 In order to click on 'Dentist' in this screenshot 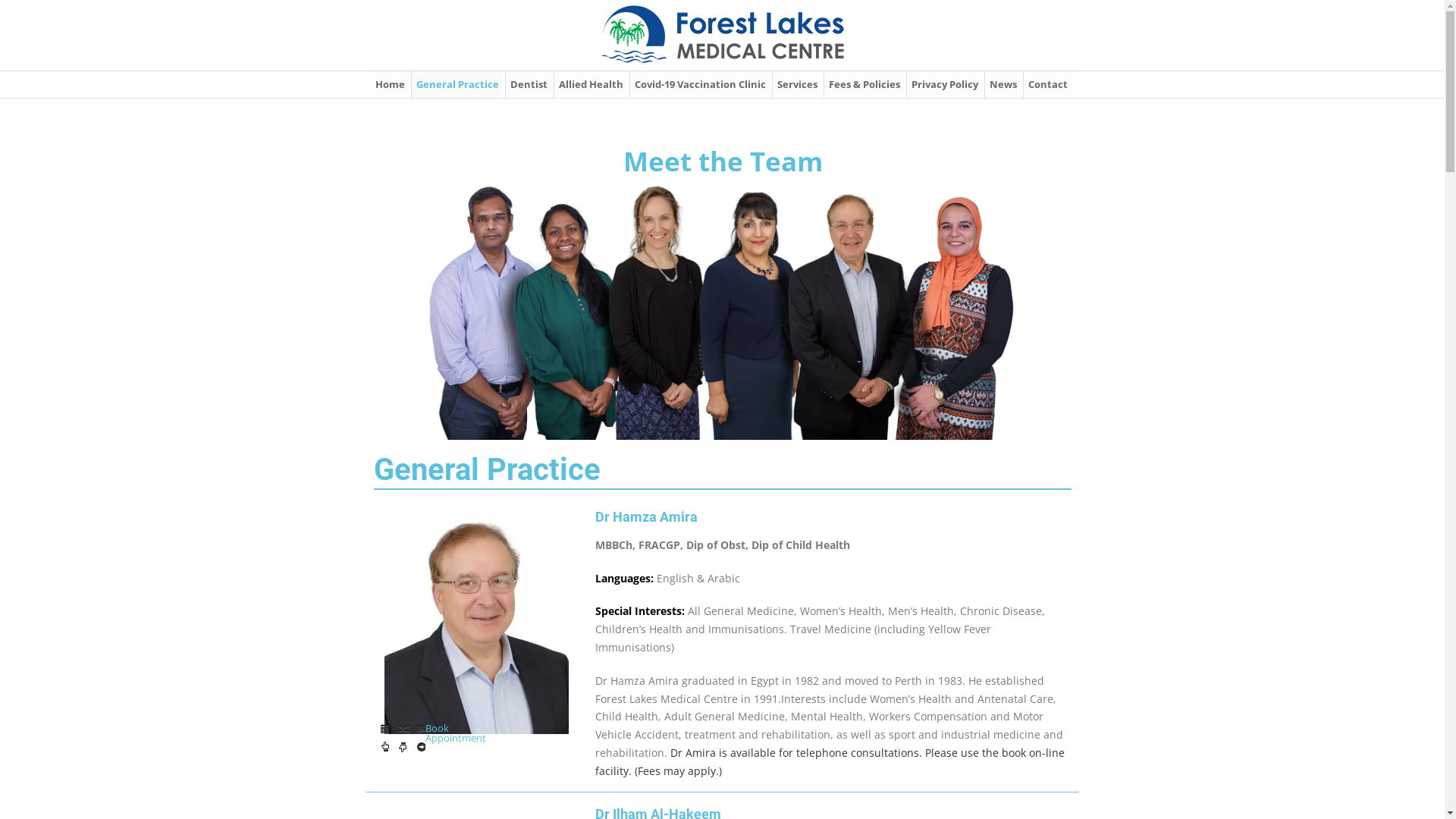, I will do `click(528, 84)`.